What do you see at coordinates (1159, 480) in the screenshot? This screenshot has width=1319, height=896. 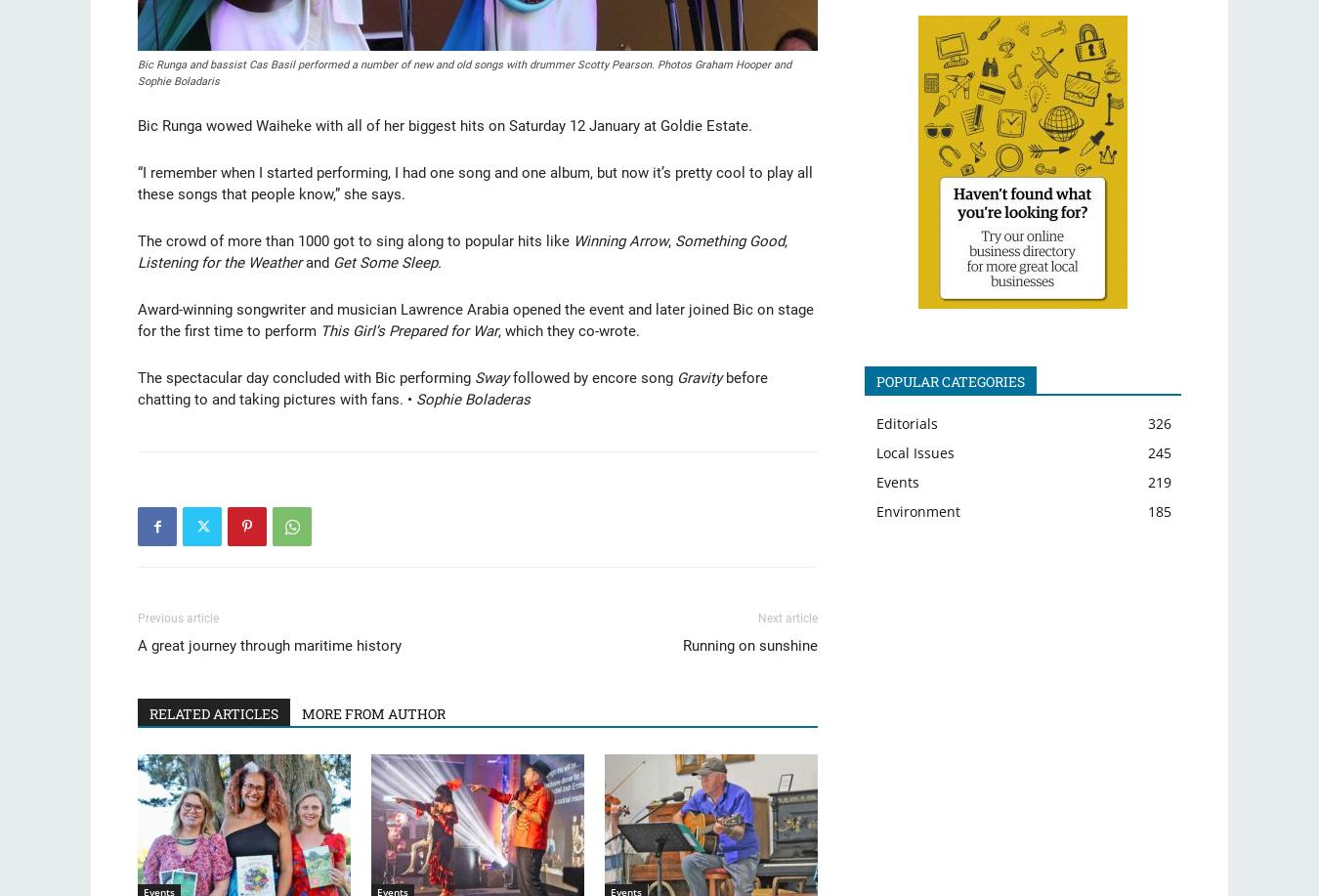 I see `'219'` at bounding box center [1159, 480].